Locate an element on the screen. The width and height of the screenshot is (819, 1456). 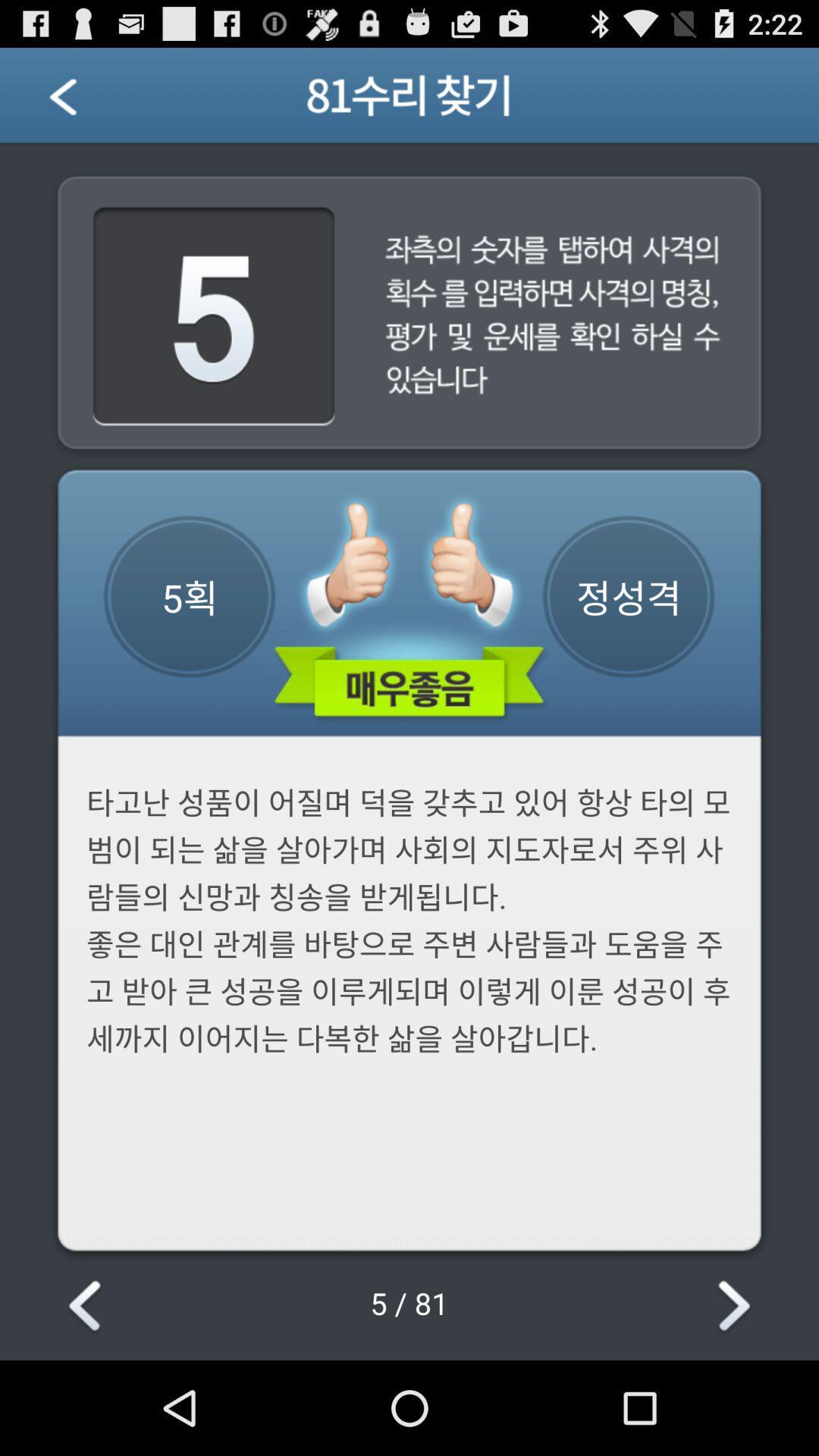
the text which is on the blue bar is located at coordinates (409, 101).